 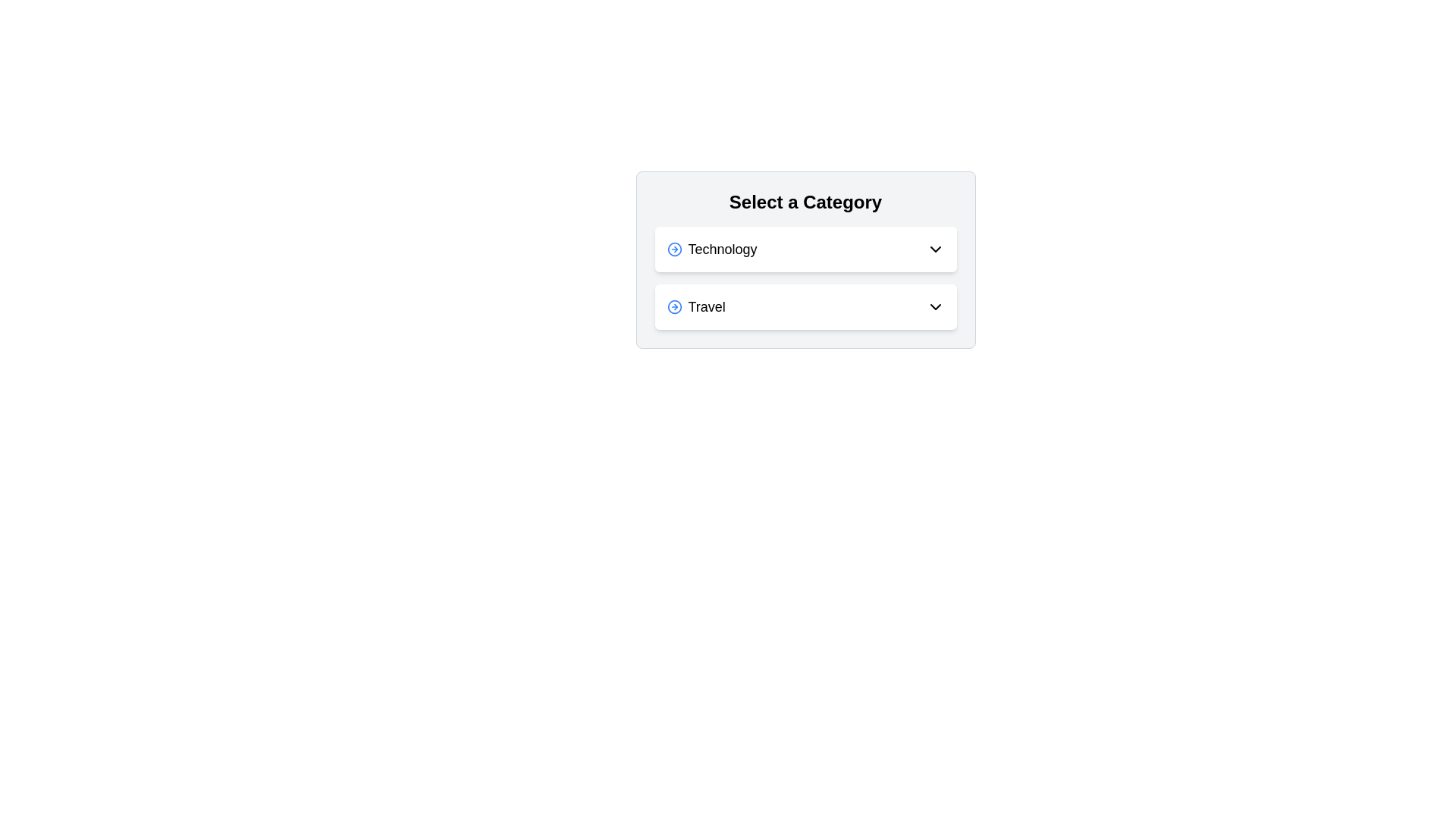 I want to click on the 'Technology' category selection box, which is the first item in a vertical list above the 'Travel' item, so click(x=805, y=248).